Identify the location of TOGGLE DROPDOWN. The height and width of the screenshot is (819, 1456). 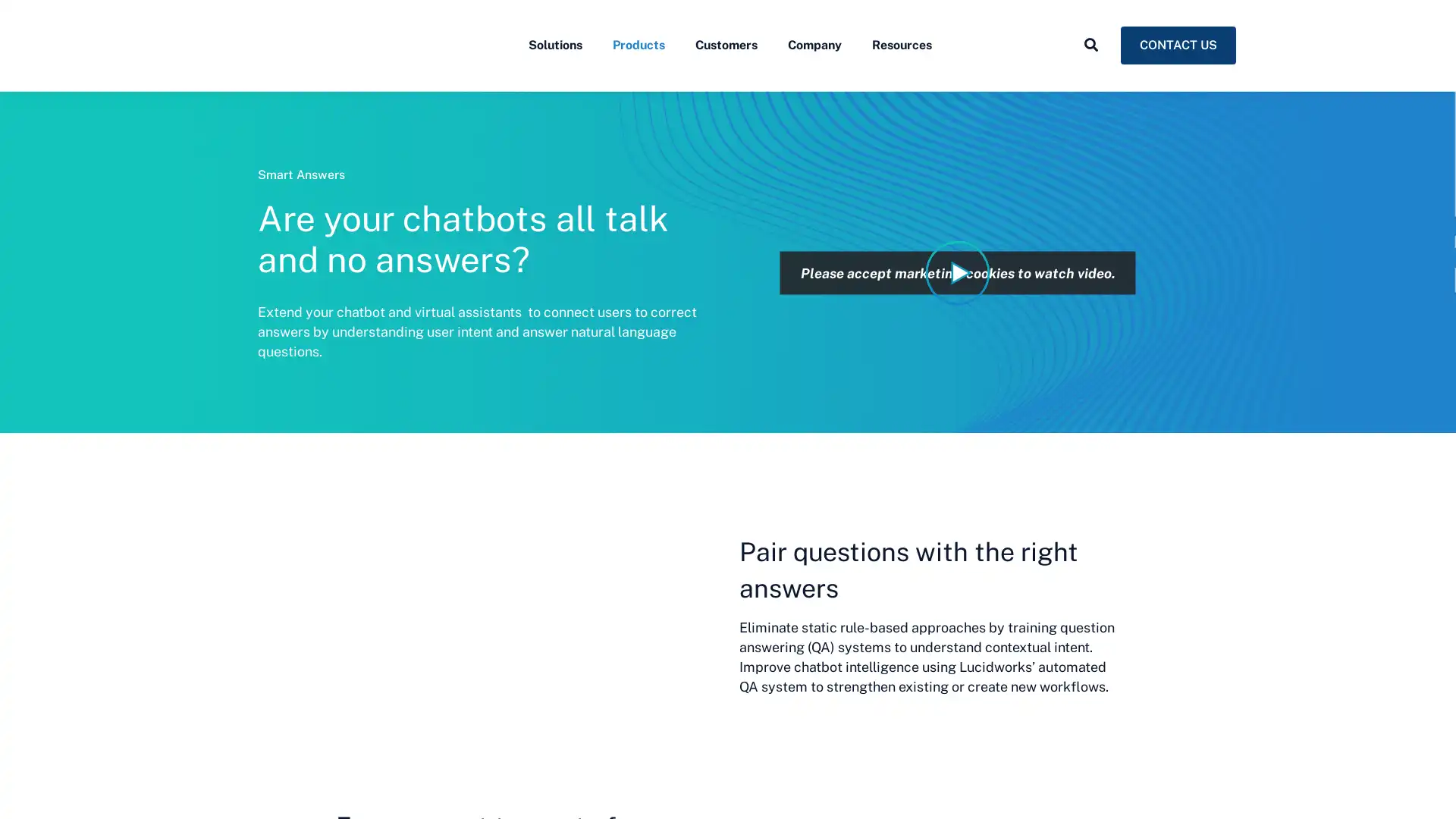
(1090, 78).